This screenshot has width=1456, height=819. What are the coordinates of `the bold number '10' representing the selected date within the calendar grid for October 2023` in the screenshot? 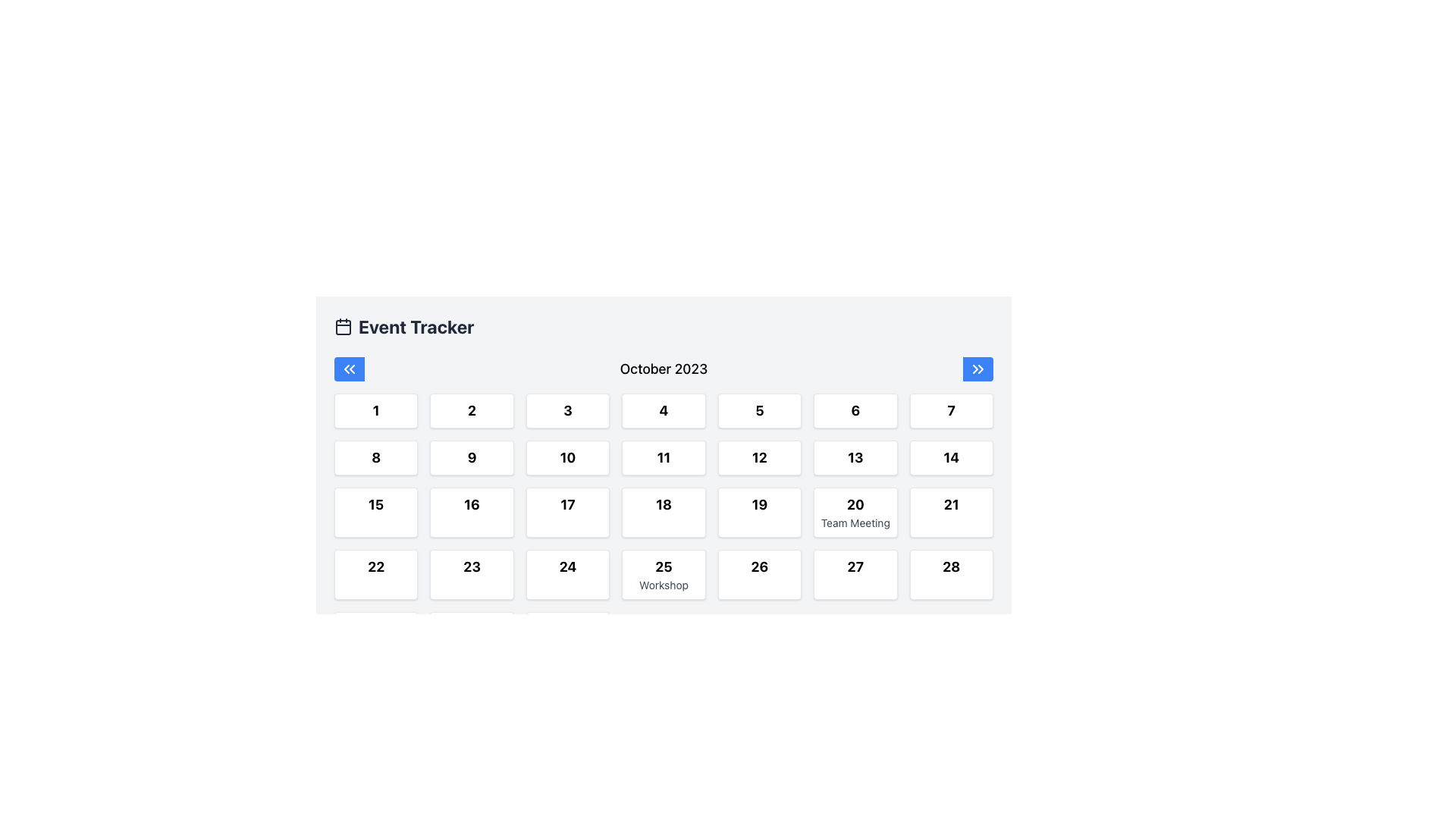 It's located at (566, 457).